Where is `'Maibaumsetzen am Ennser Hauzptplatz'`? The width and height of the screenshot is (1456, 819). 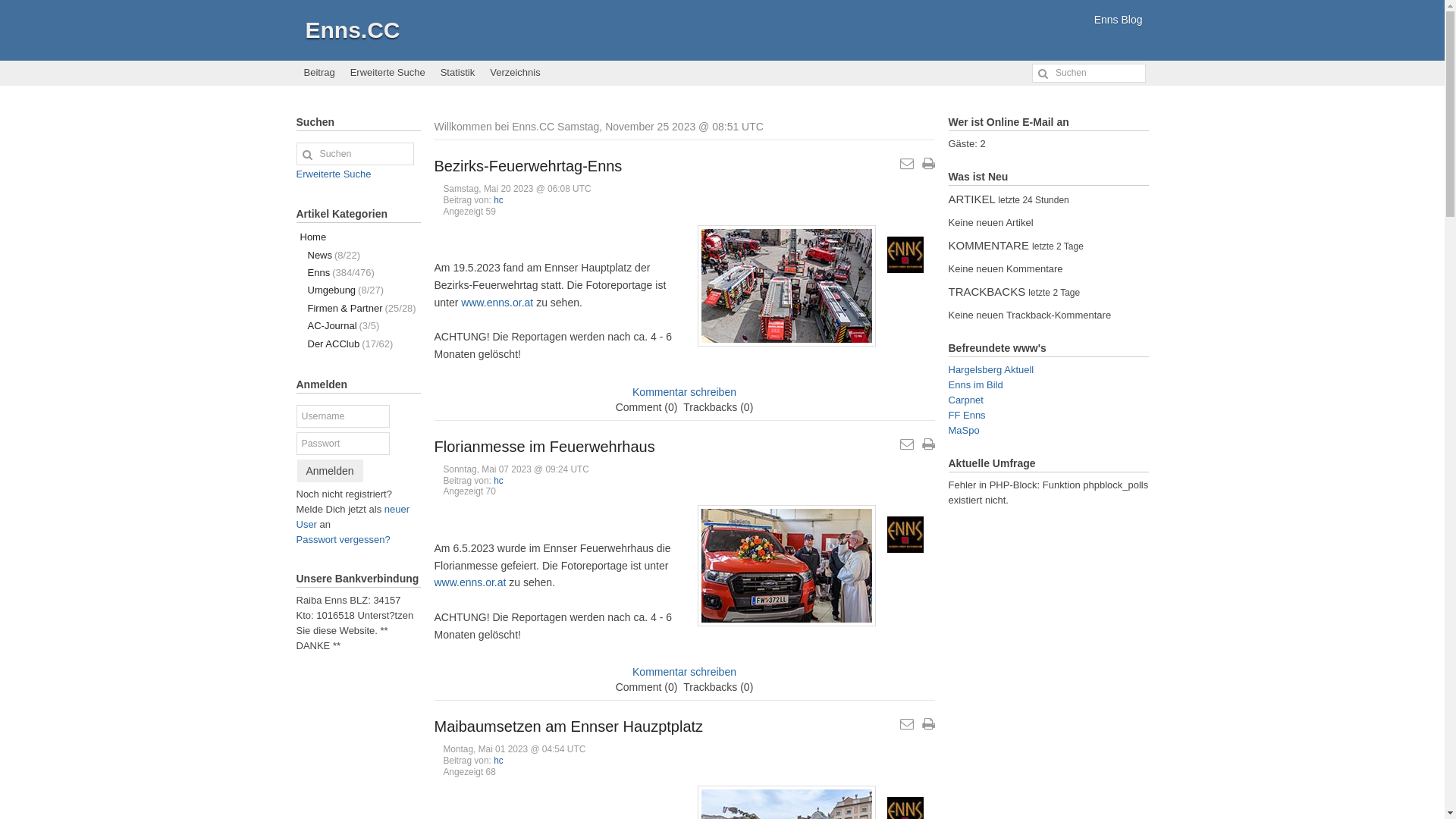
'Maibaumsetzen am Ennser Hauzptplatz' is located at coordinates (567, 725).